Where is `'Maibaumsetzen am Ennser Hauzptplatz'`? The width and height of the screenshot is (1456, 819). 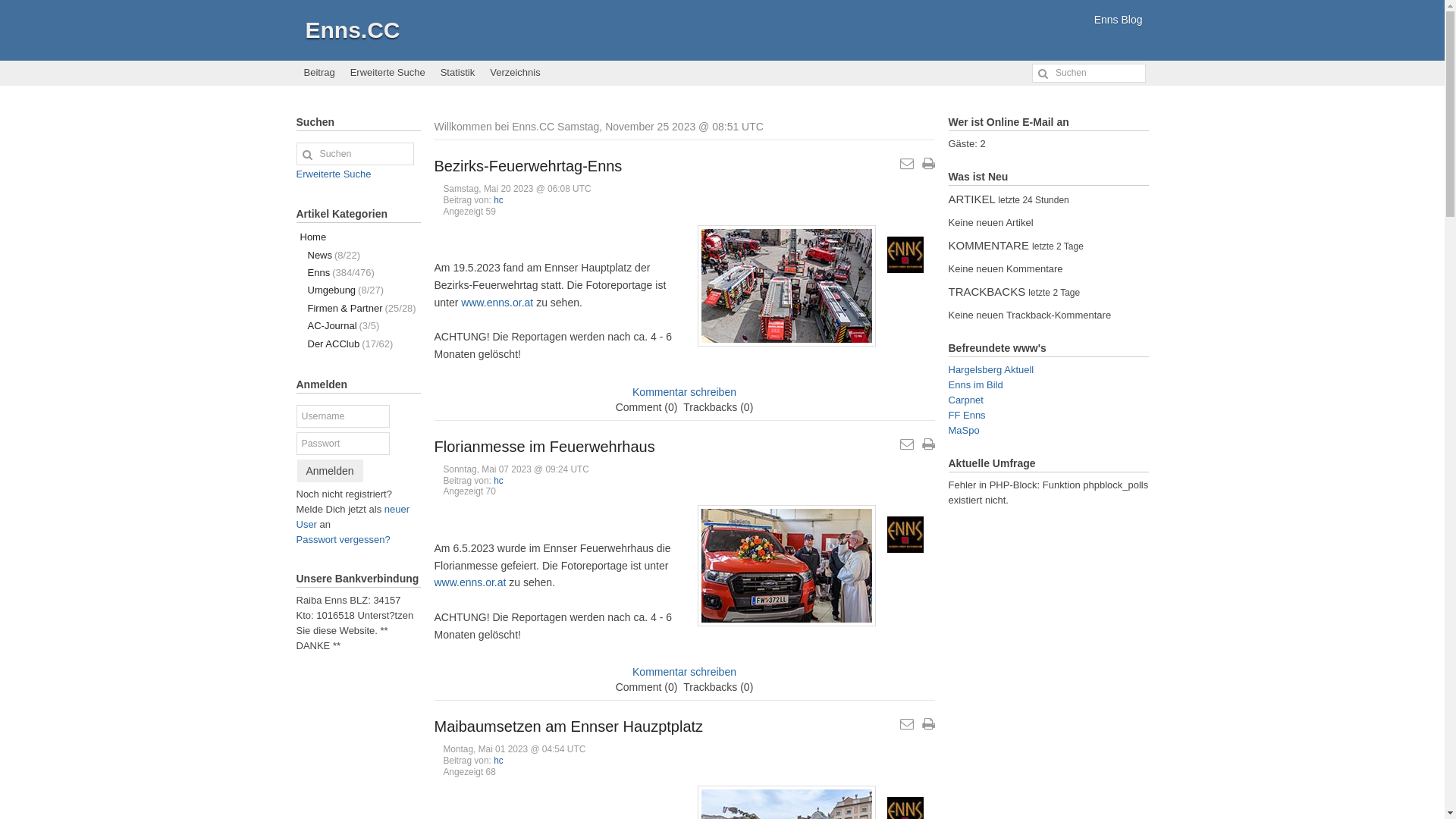
'Maibaumsetzen am Ennser Hauzptplatz' is located at coordinates (567, 725).